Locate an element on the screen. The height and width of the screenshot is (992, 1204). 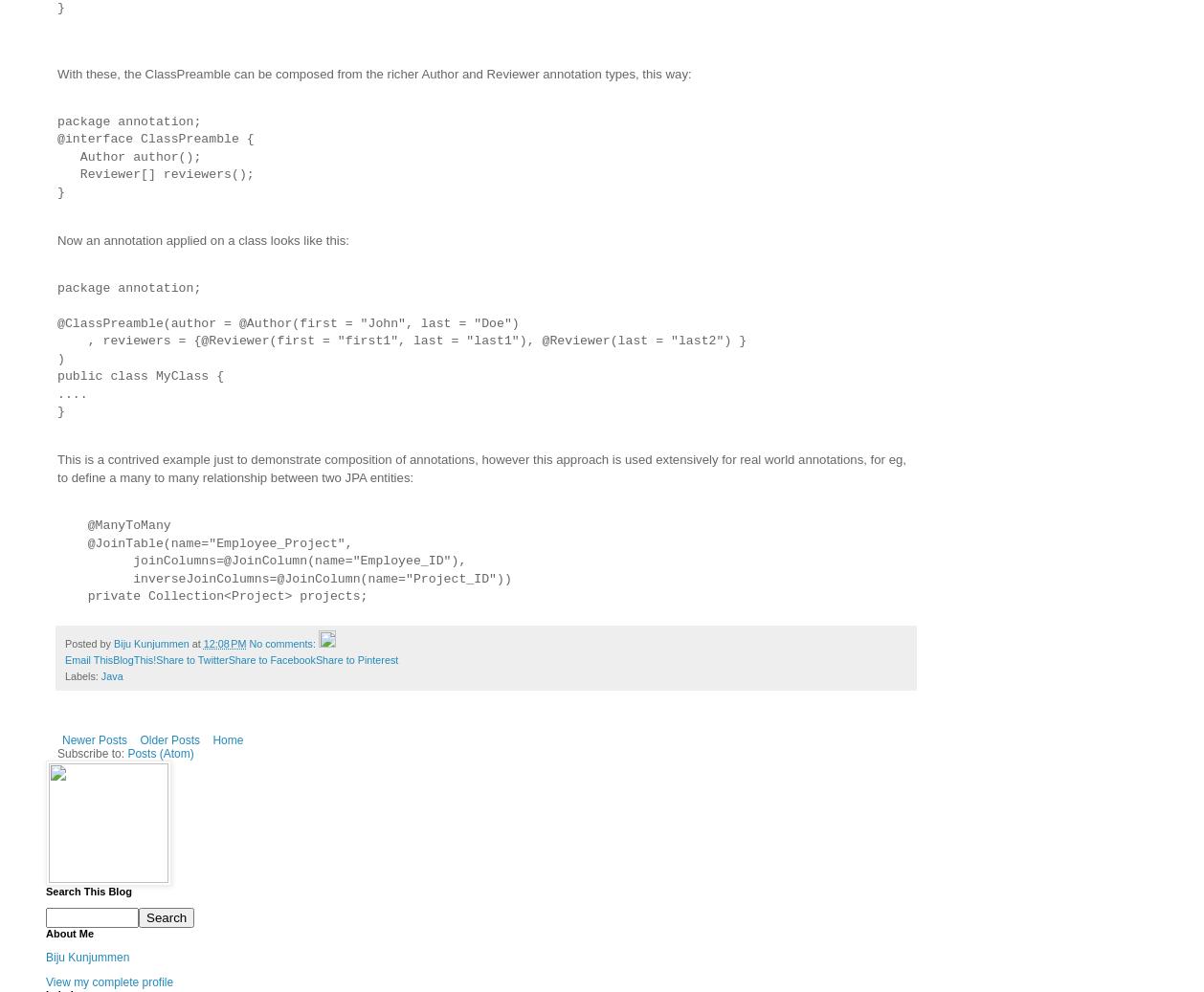
'Posts (Atom)' is located at coordinates (160, 754).